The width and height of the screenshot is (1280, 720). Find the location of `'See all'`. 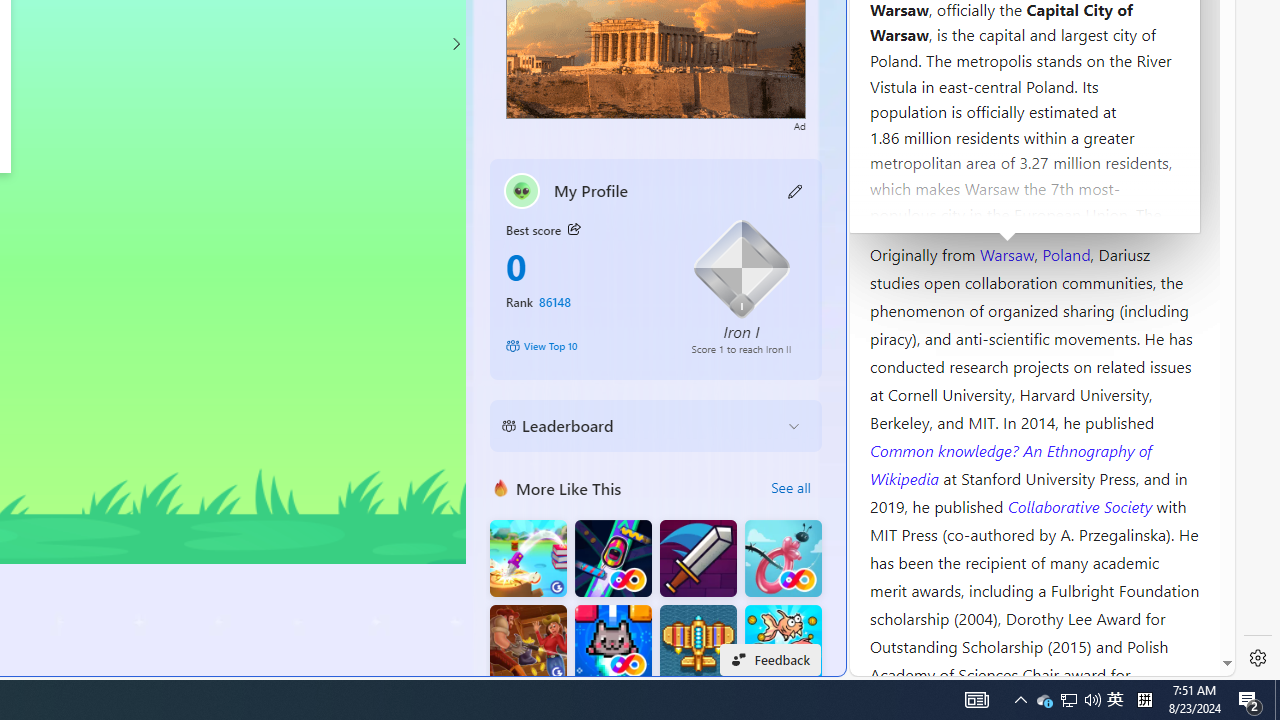

'See all' is located at coordinates (790, 488).